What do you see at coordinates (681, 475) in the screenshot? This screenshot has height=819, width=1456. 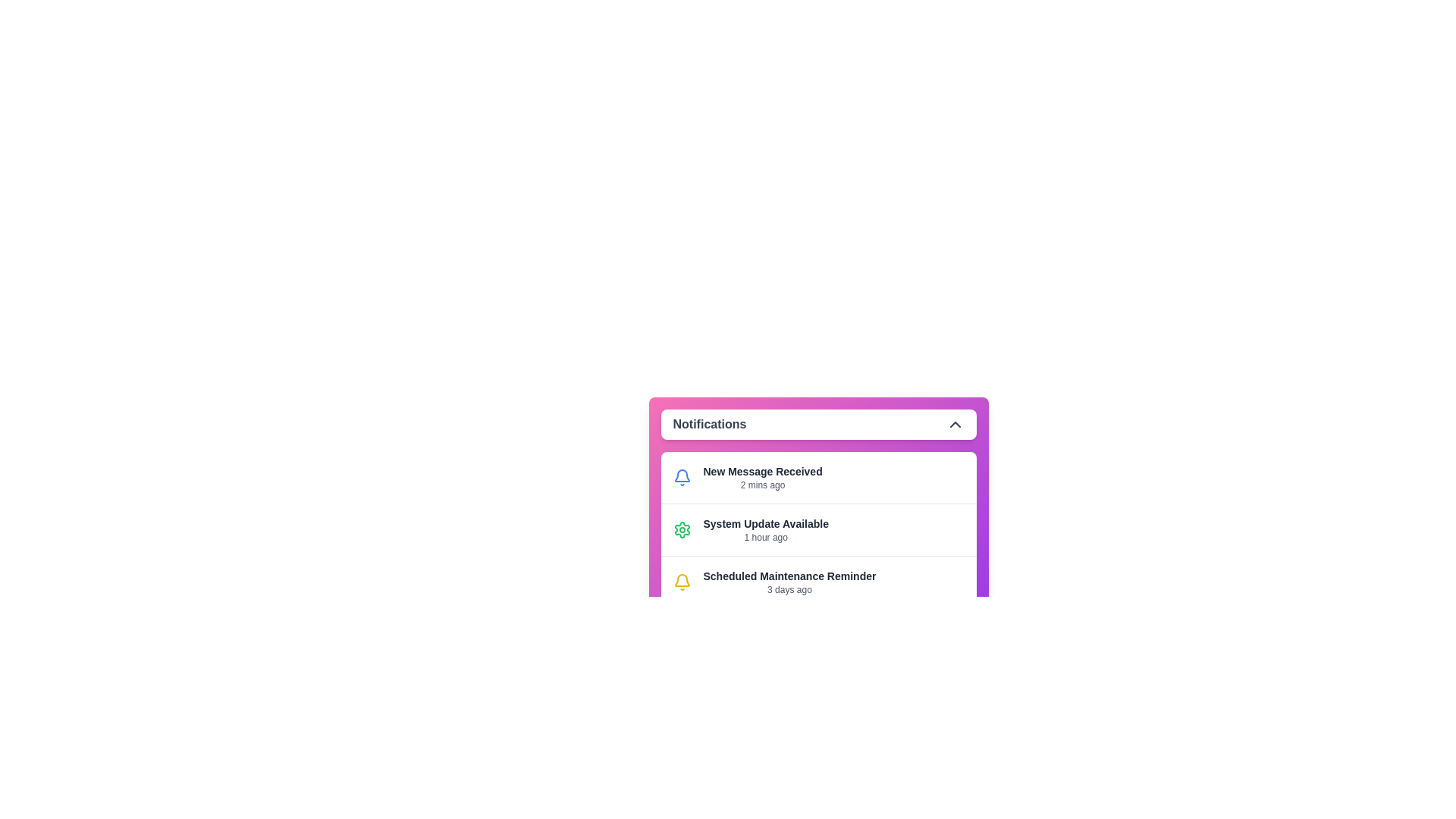 I see `the decorative SVG shape resembling a bell icon with a blue outline, located in the notification dropdown` at bounding box center [681, 475].